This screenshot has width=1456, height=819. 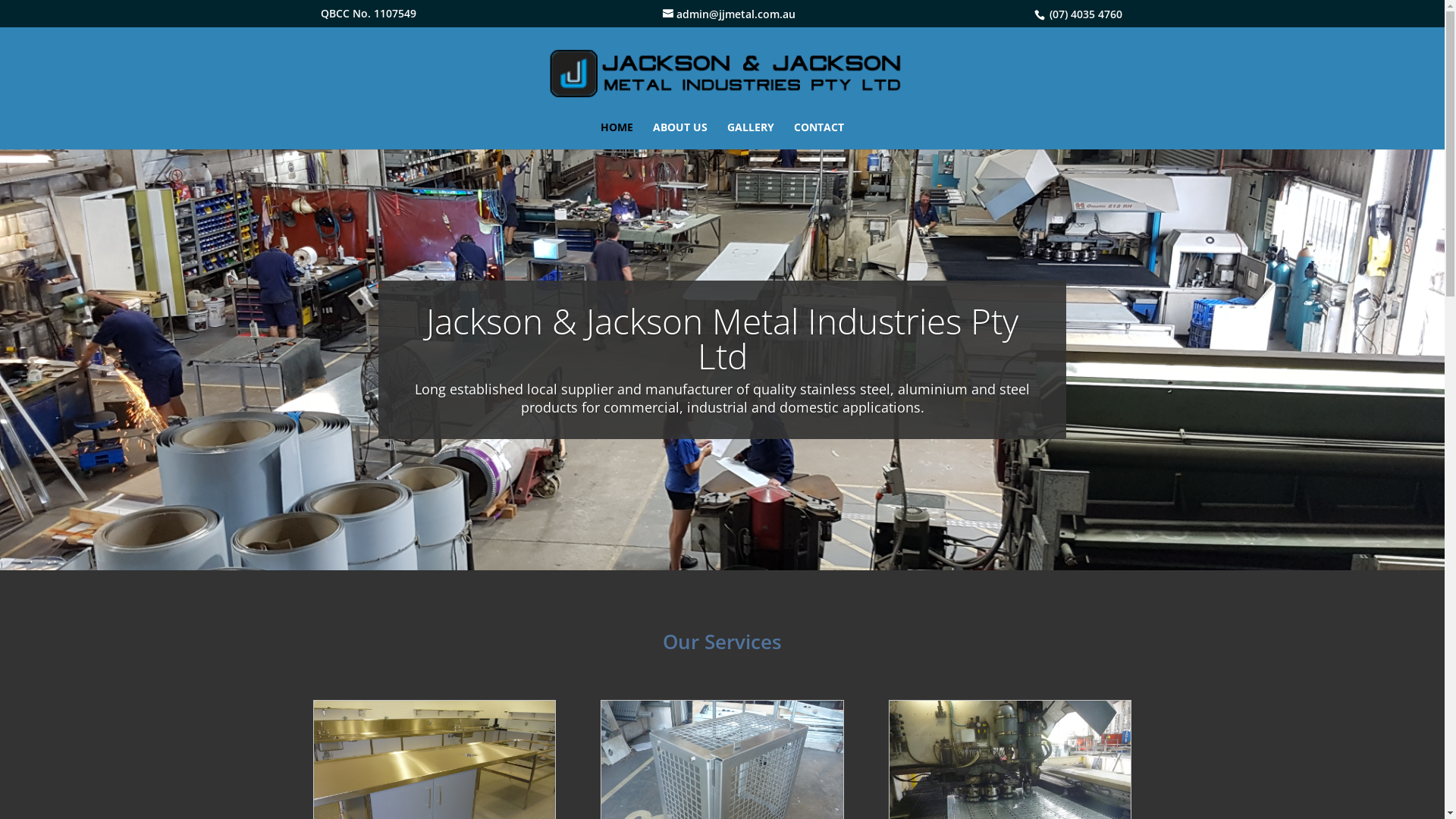 I want to click on 'HOME', so click(x=600, y=134).